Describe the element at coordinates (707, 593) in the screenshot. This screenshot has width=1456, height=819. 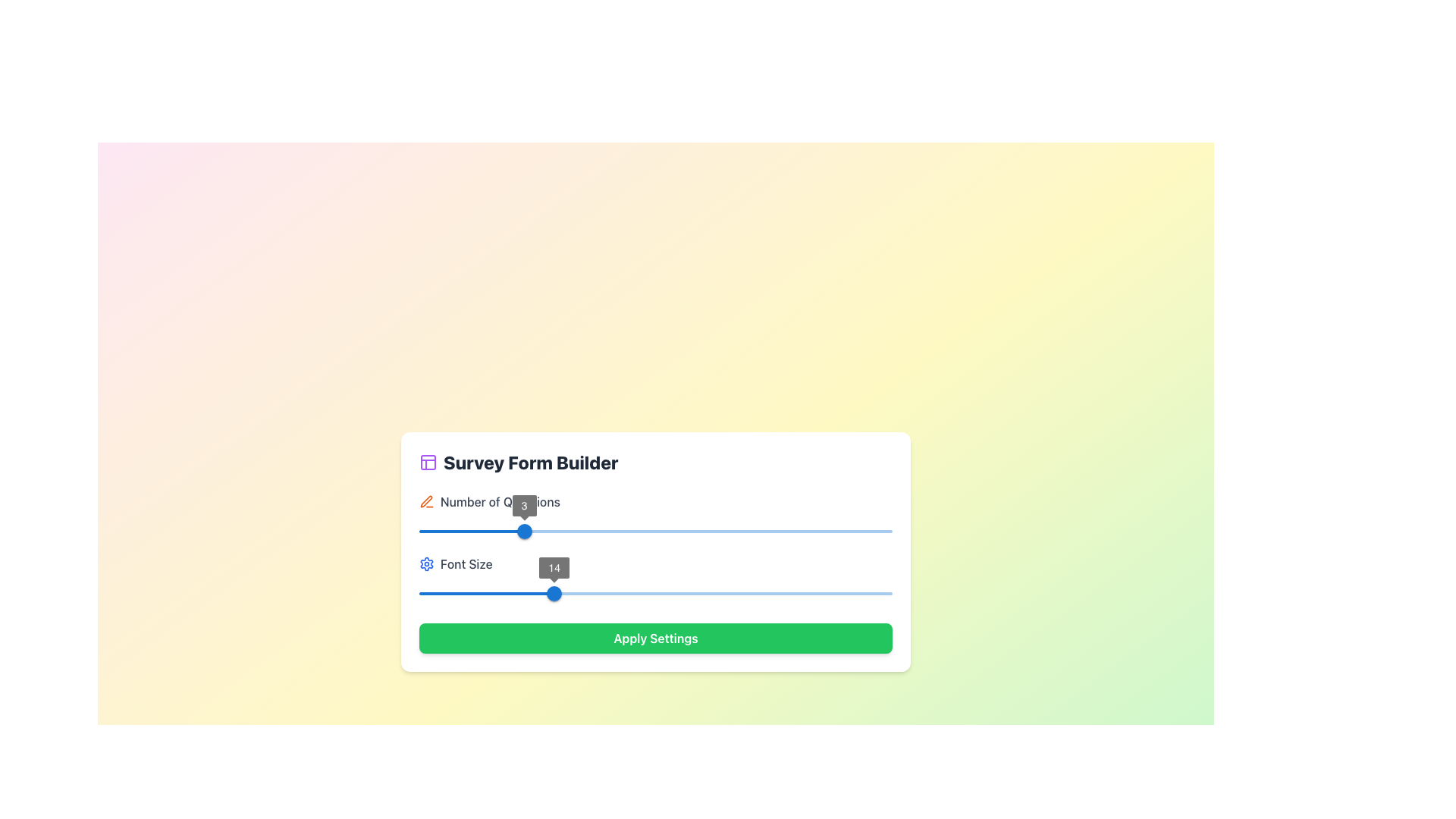
I see `the slider value` at that location.